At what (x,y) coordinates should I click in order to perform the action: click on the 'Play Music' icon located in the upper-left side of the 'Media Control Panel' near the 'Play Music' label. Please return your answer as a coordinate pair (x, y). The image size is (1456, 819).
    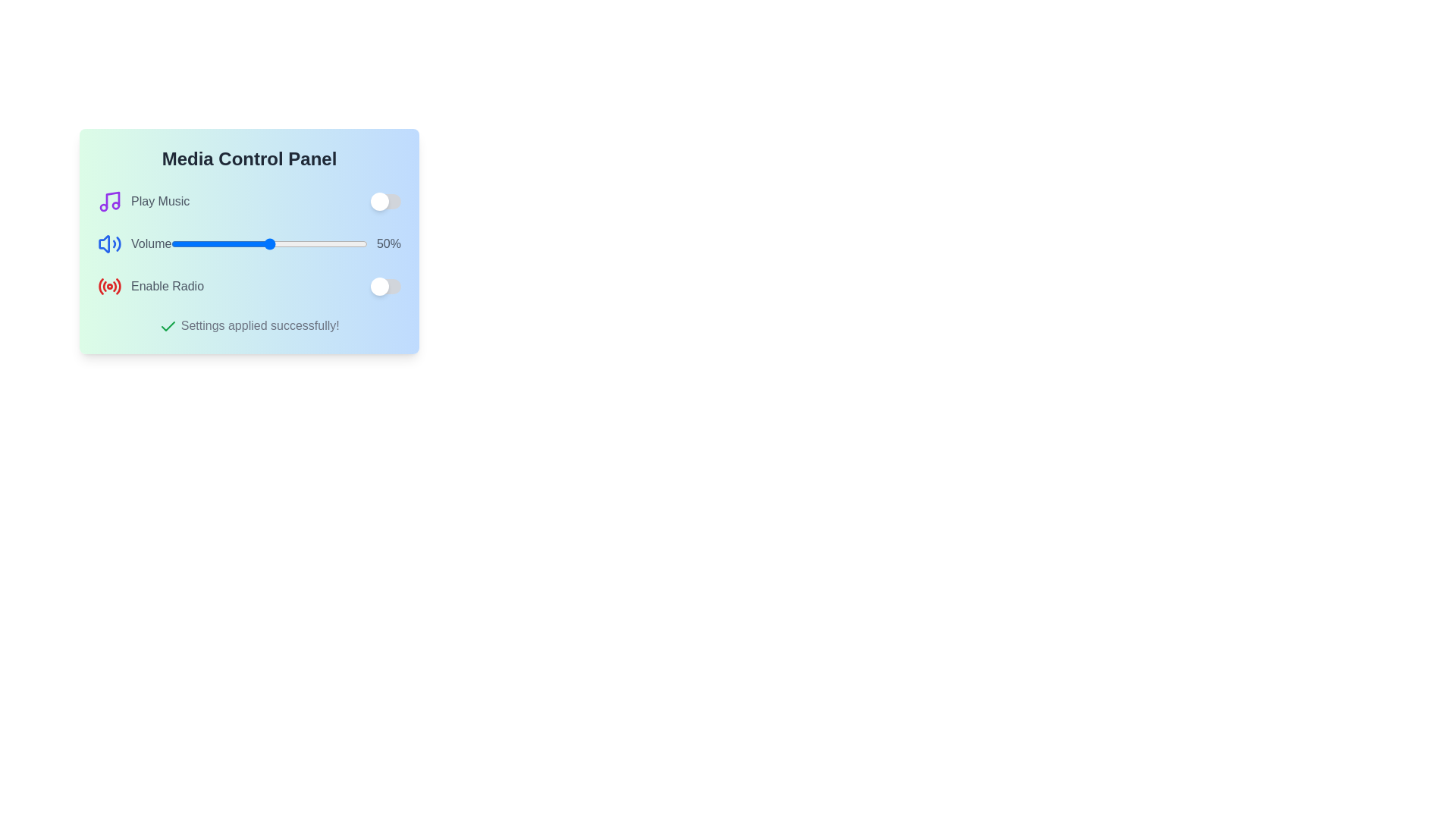
    Looking at the image, I should click on (111, 199).